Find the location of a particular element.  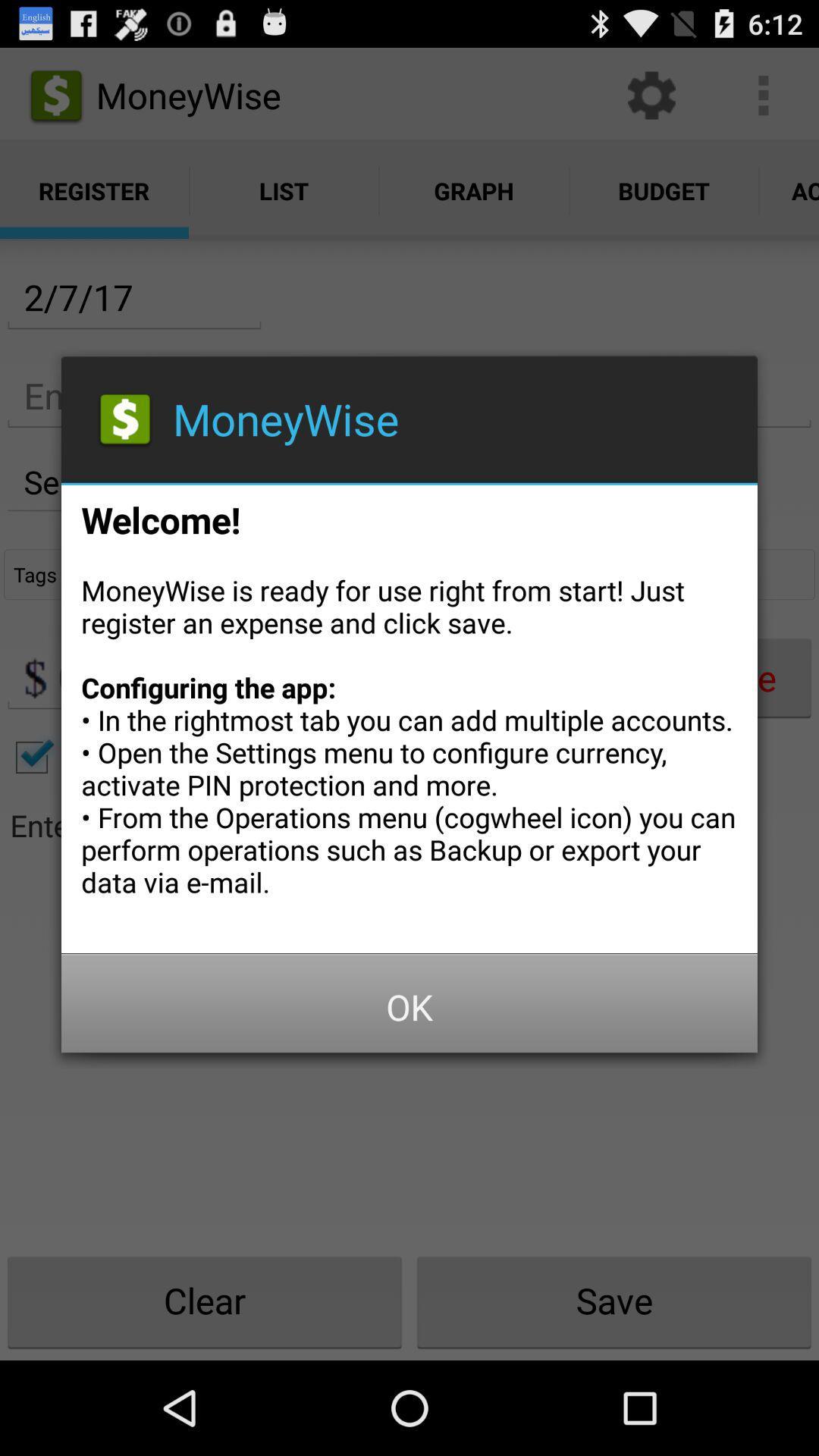

the welcome moneywise is app is located at coordinates (409, 713).